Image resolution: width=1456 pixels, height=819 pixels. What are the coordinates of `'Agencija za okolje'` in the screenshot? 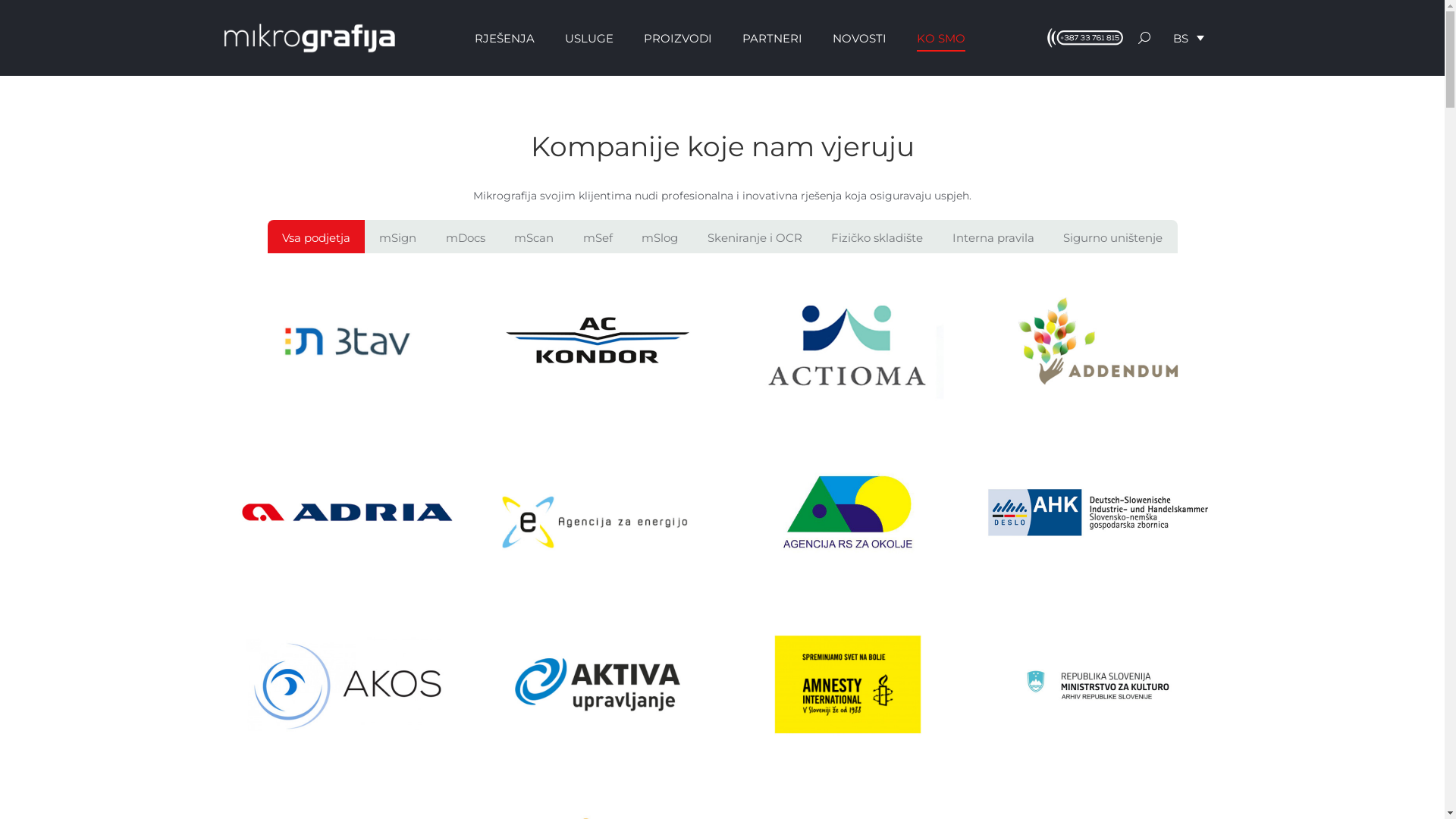 It's located at (846, 512).